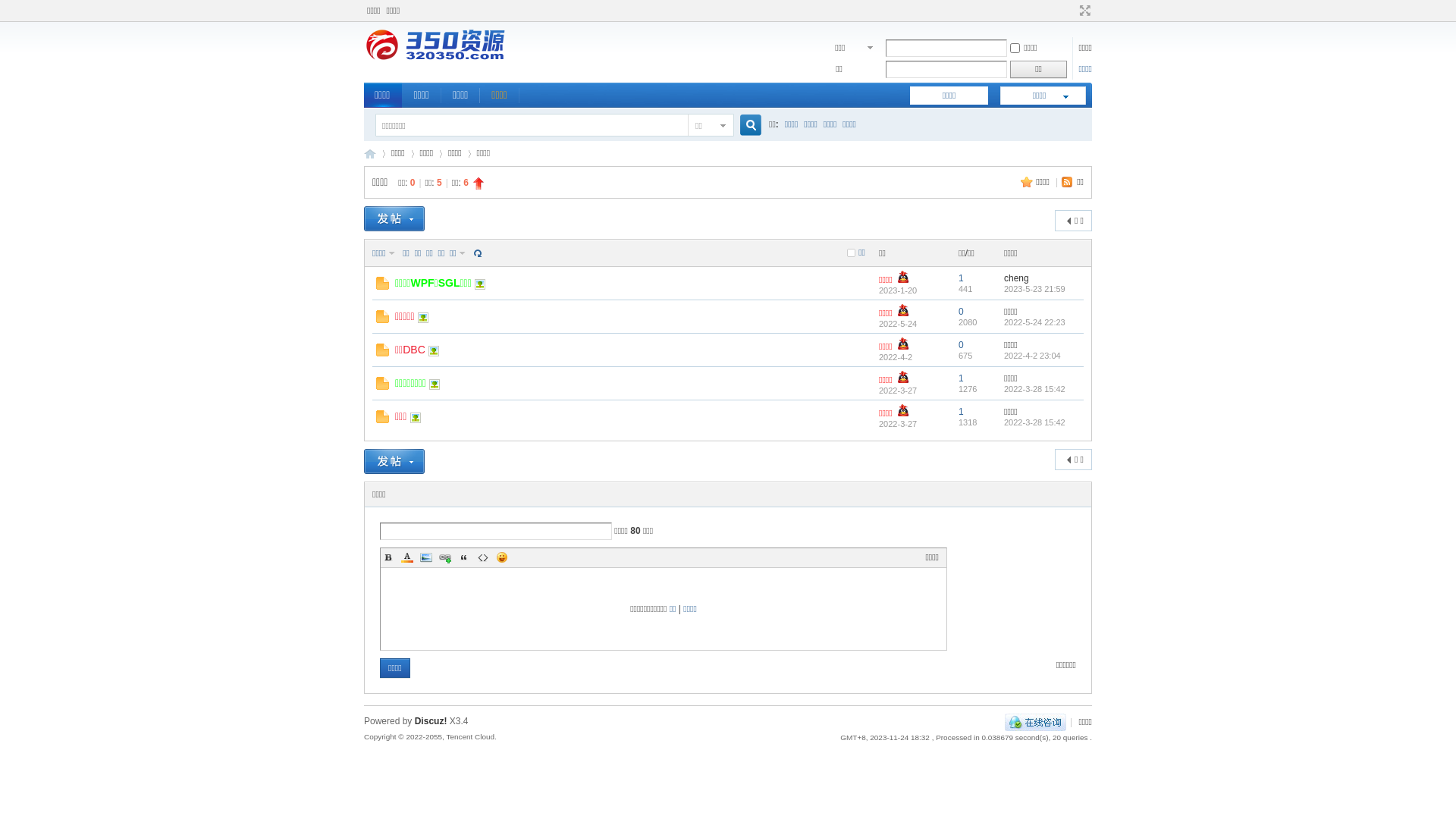 The height and width of the screenshot is (819, 1456). I want to click on '1', so click(960, 412).